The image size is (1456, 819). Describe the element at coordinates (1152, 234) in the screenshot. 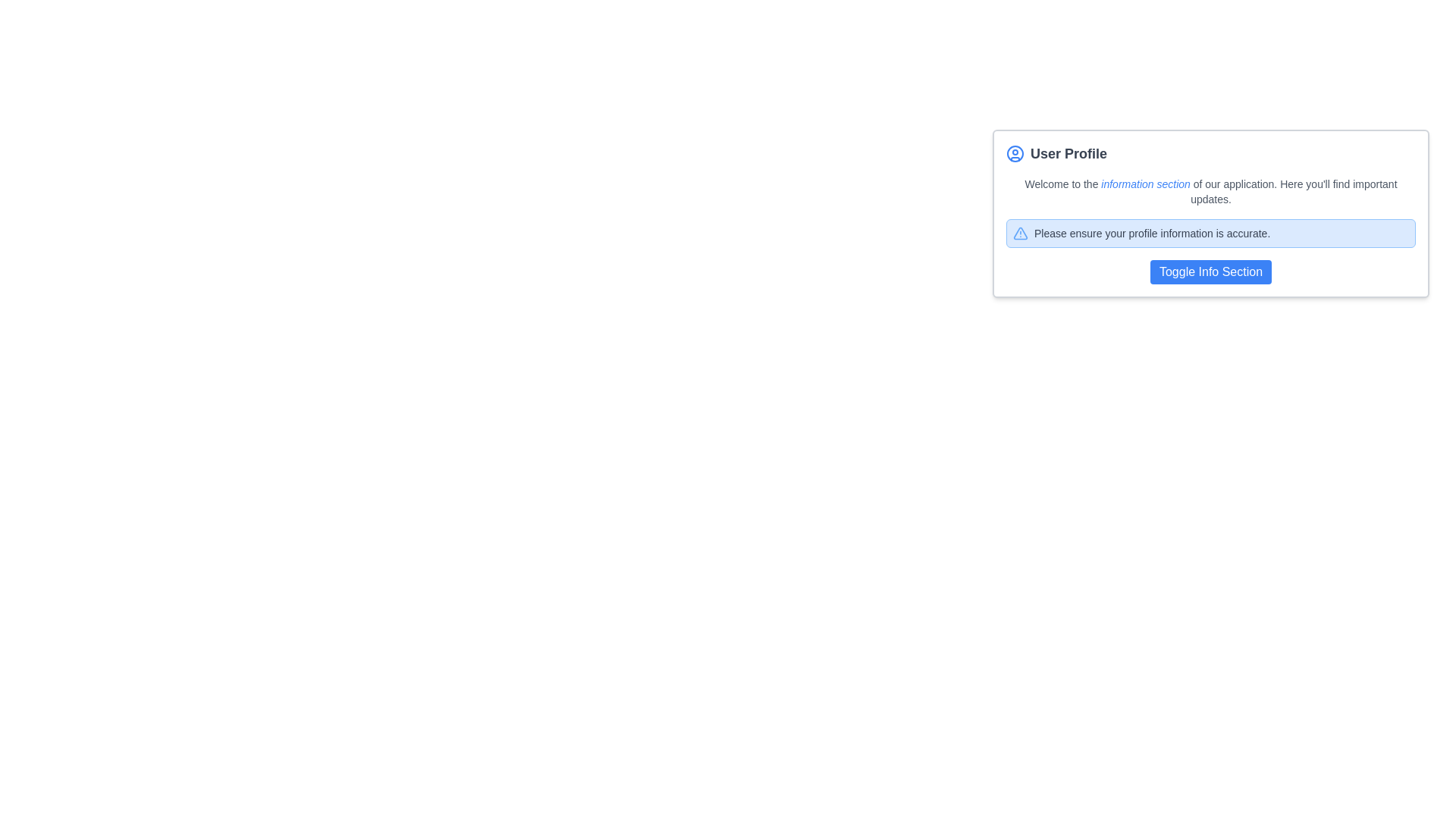

I see `text message 'Please ensure your profile information is accurate.' displayed in gray font within the user profile section below the warning icon` at that location.